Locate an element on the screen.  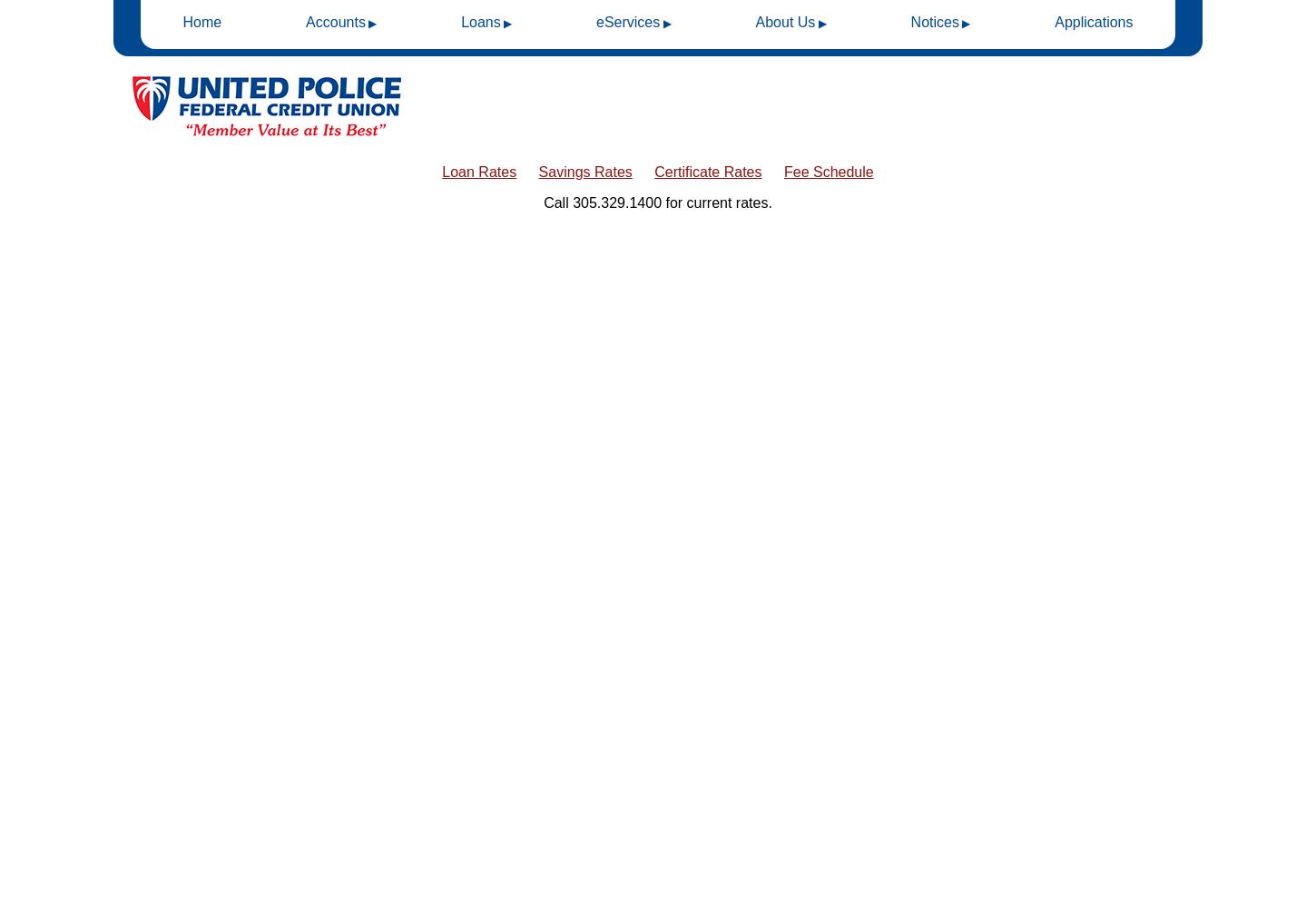
'About Us' is located at coordinates (784, 22).